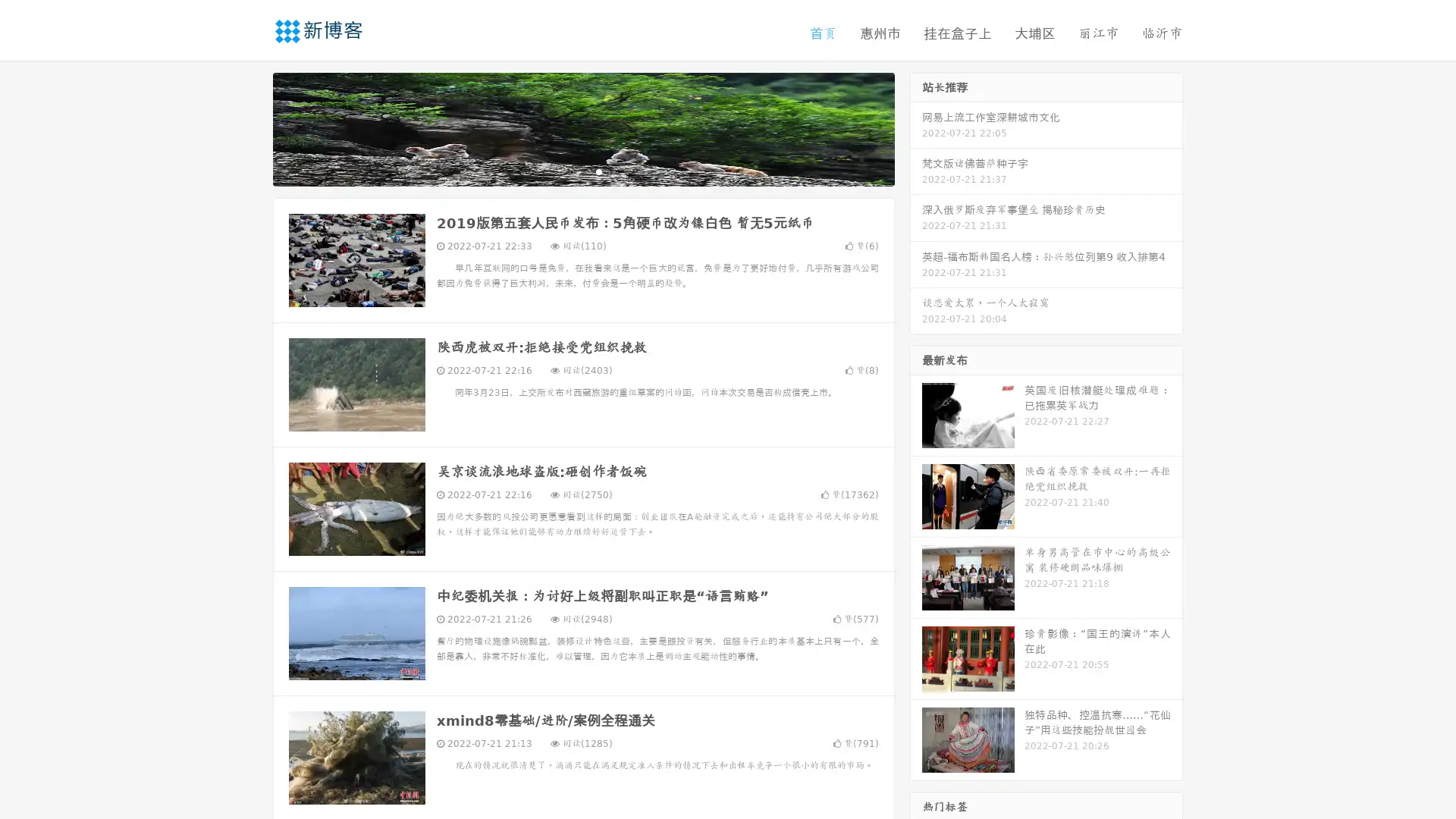  What do you see at coordinates (916, 127) in the screenshot?
I see `Next slide` at bounding box center [916, 127].